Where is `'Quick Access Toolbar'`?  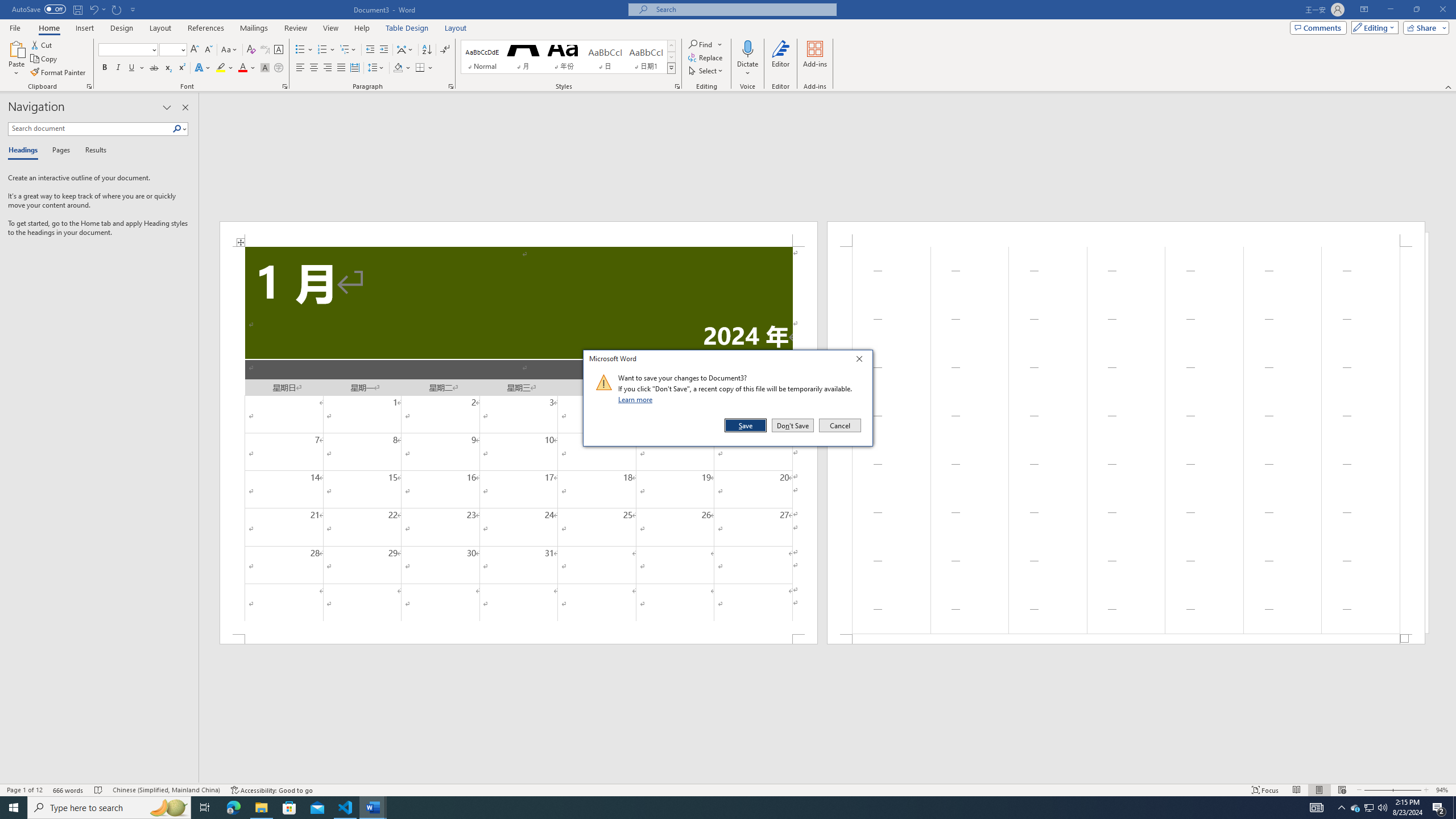 'Quick Access Toolbar' is located at coordinates (74, 9).